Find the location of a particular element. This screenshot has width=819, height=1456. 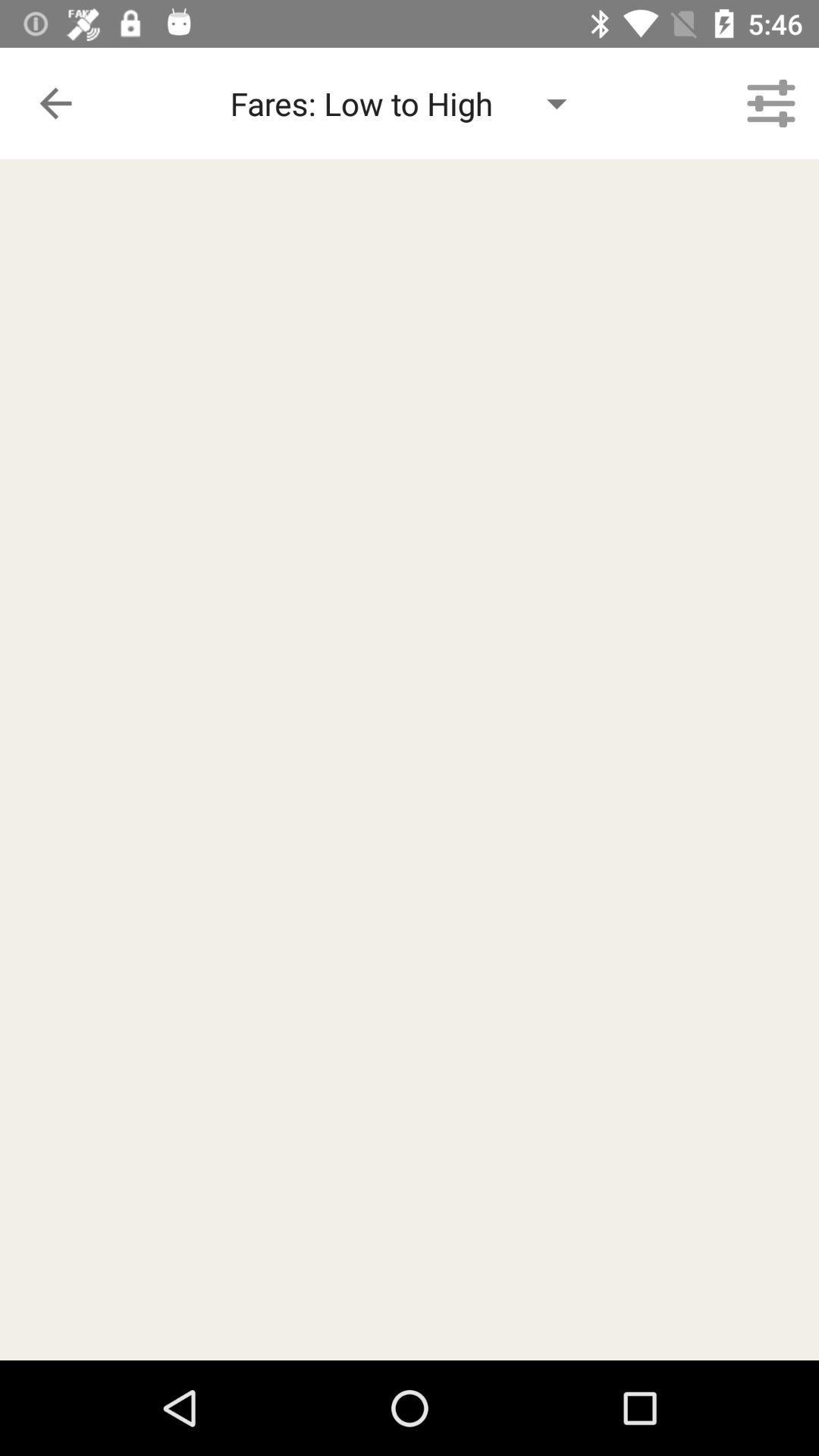

item next to fares low to icon is located at coordinates (771, 102).